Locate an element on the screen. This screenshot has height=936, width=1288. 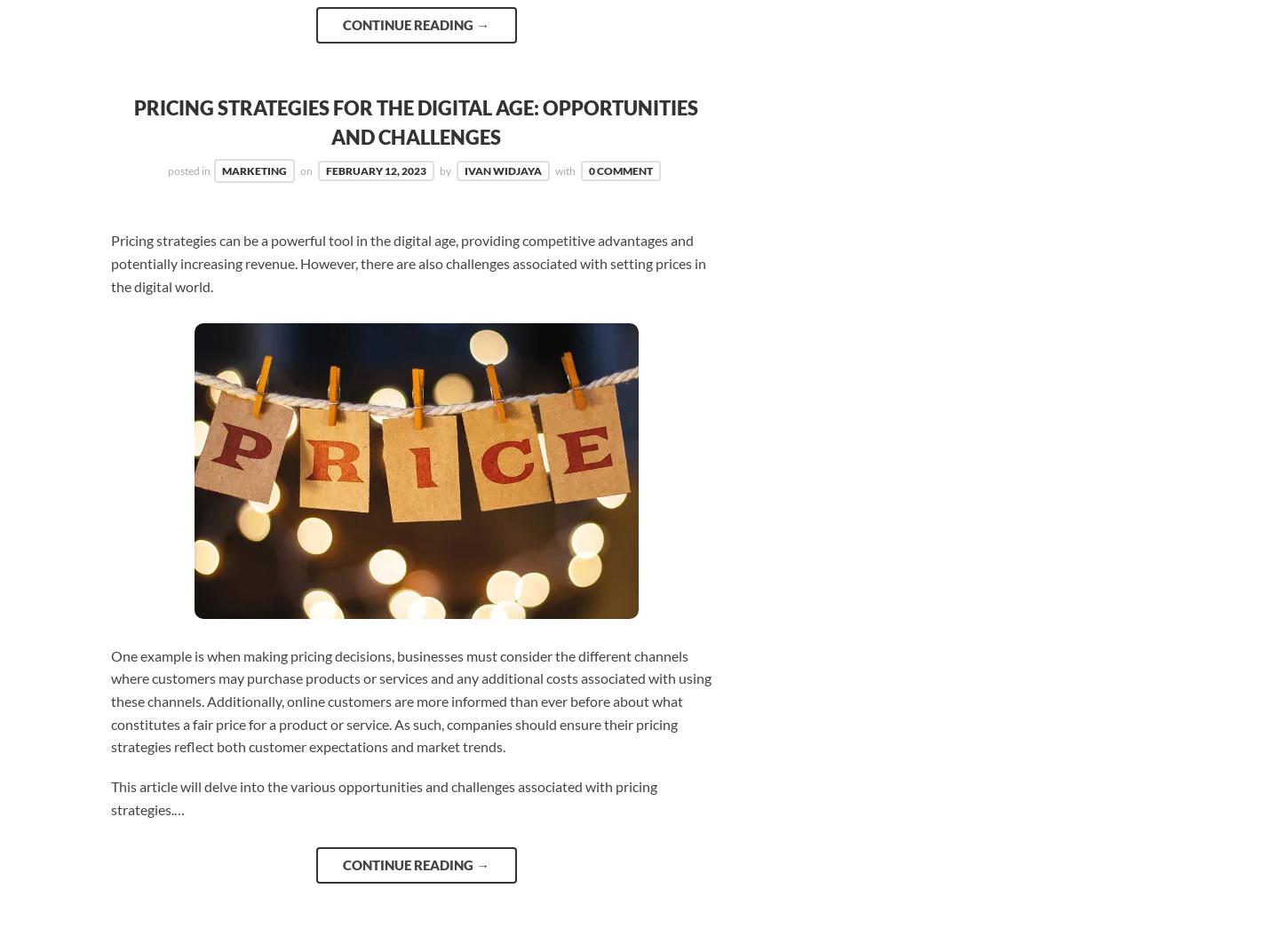
'This article will delve into the various opportunities and challenges associated with pricing strategies.…' is located at coordinates (383, 796).